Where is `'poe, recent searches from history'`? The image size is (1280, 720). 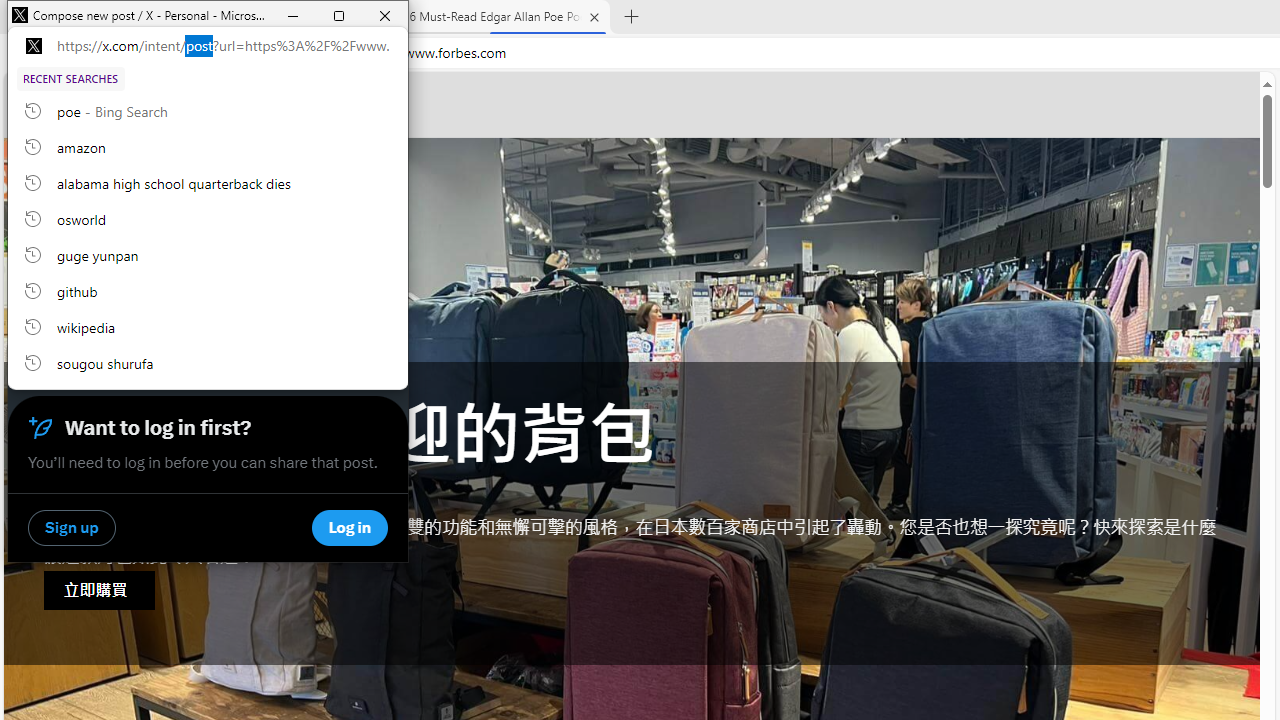 'poe, recent searches from history' is located at coordinates (208, 110).